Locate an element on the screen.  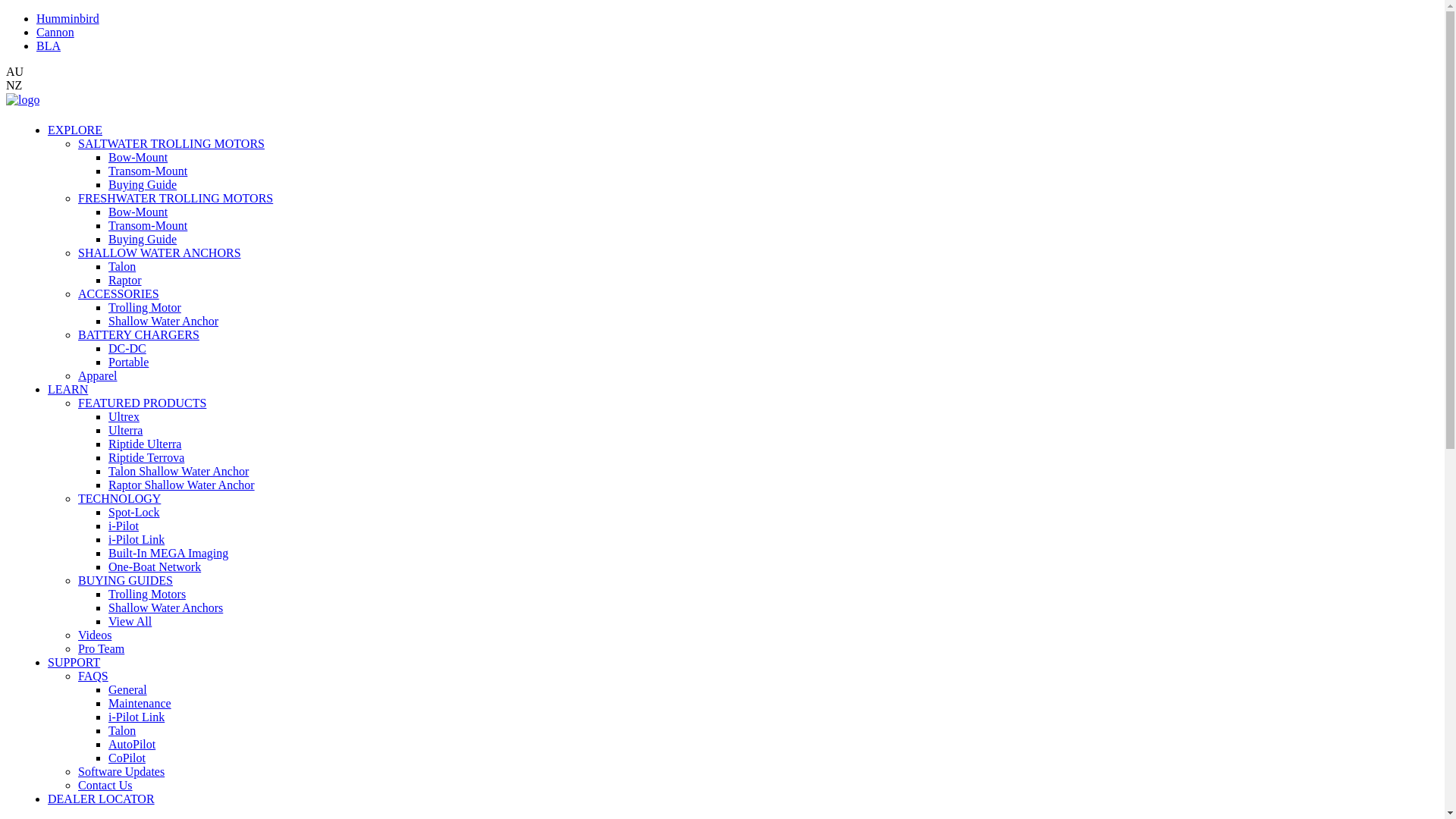
'Shallow Water Anchors' is located at coordinates (108, 607).